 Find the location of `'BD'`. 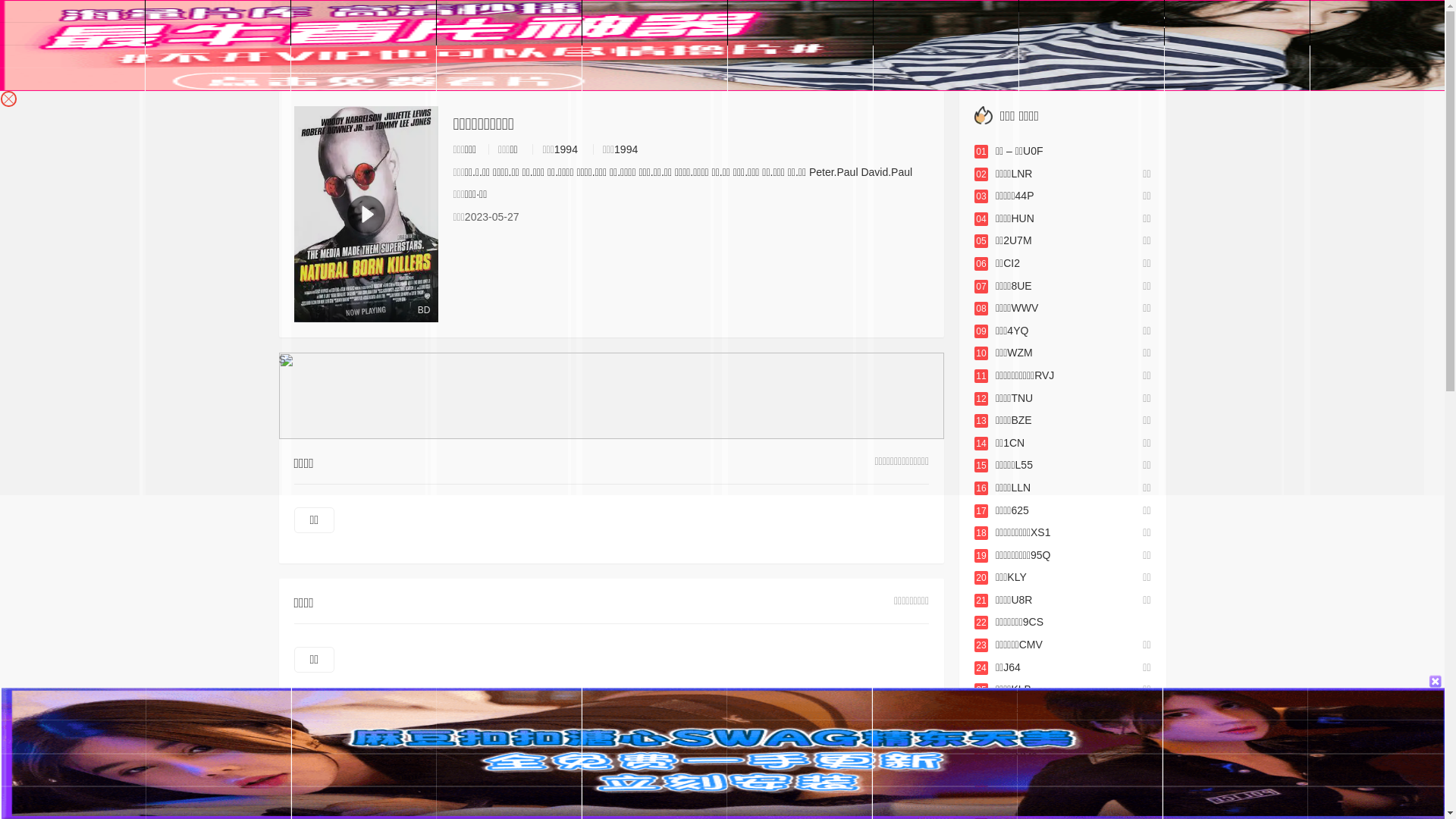

'BD' is located at coordinates (366, 214).